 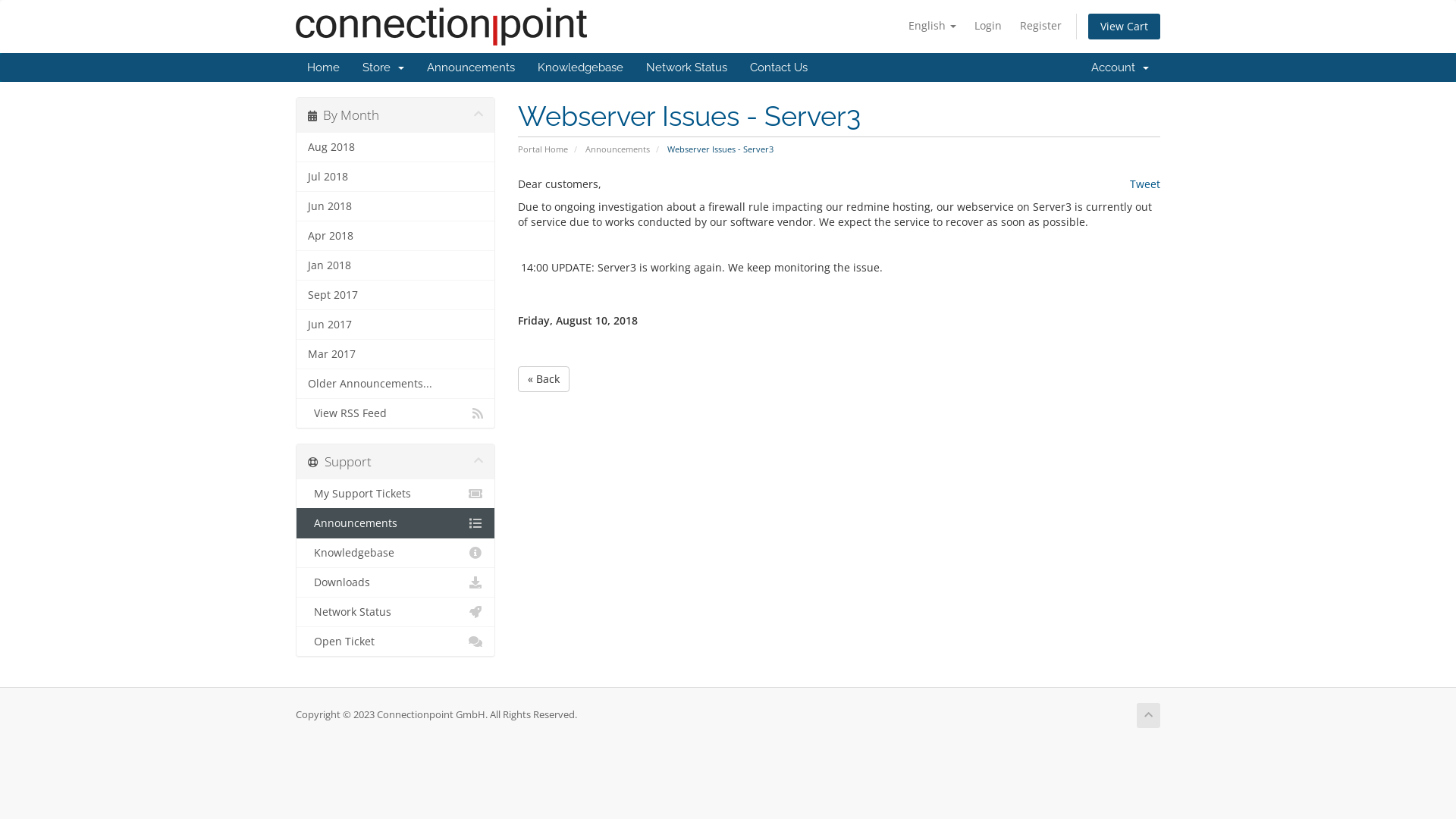 What do you see at coordinates (322, 66) in the screenshot?
I see `'Home'` at bounding box center [322, 66].